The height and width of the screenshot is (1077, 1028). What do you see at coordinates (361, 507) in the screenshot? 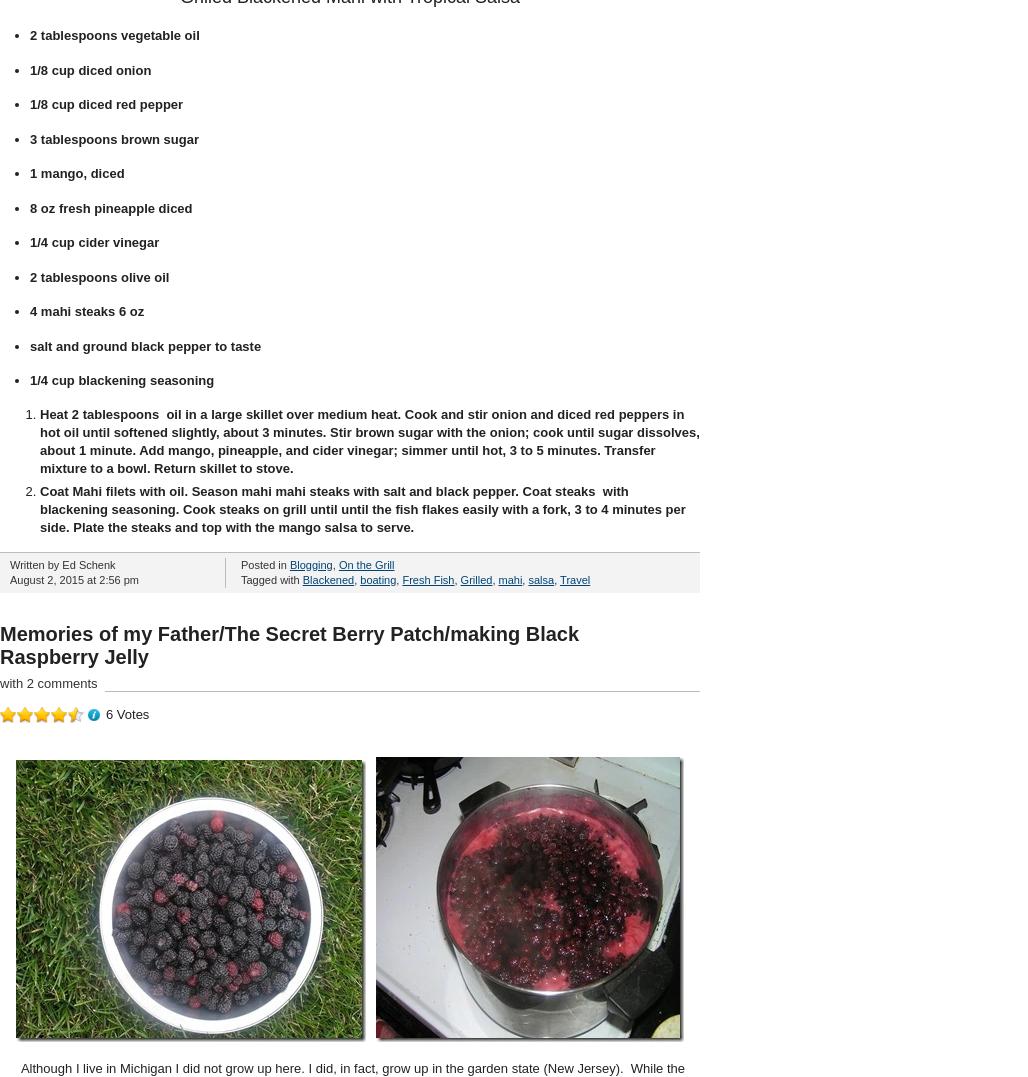
I see `'Coat Mahi filets with oil. Season mahi mahi steaks with salt and black pepper. Coat steaks  with blackening seasoning. Cook steaks on grill until until the fish flakes easily with a fork, 3 to 4 minutes per side. Plate the steaks and top with the mango salsa to serve.'` at bounding box center [361, 507].